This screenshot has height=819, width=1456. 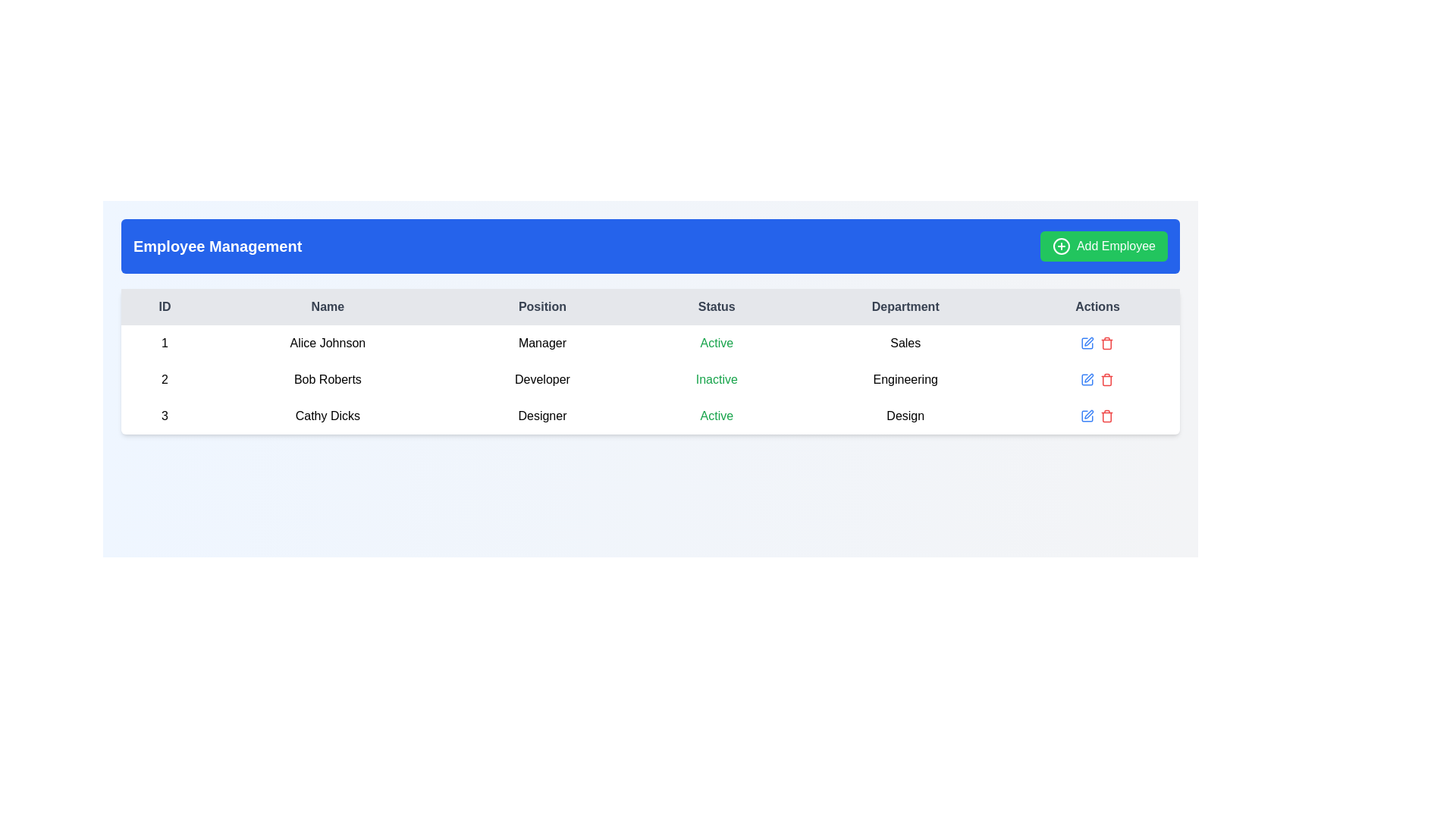 I want to click on the blue button with a pen icon in the 'Actions' column of the 'Employee Management' table for 'Cathy Dicks', so click(x=1097, y=416).